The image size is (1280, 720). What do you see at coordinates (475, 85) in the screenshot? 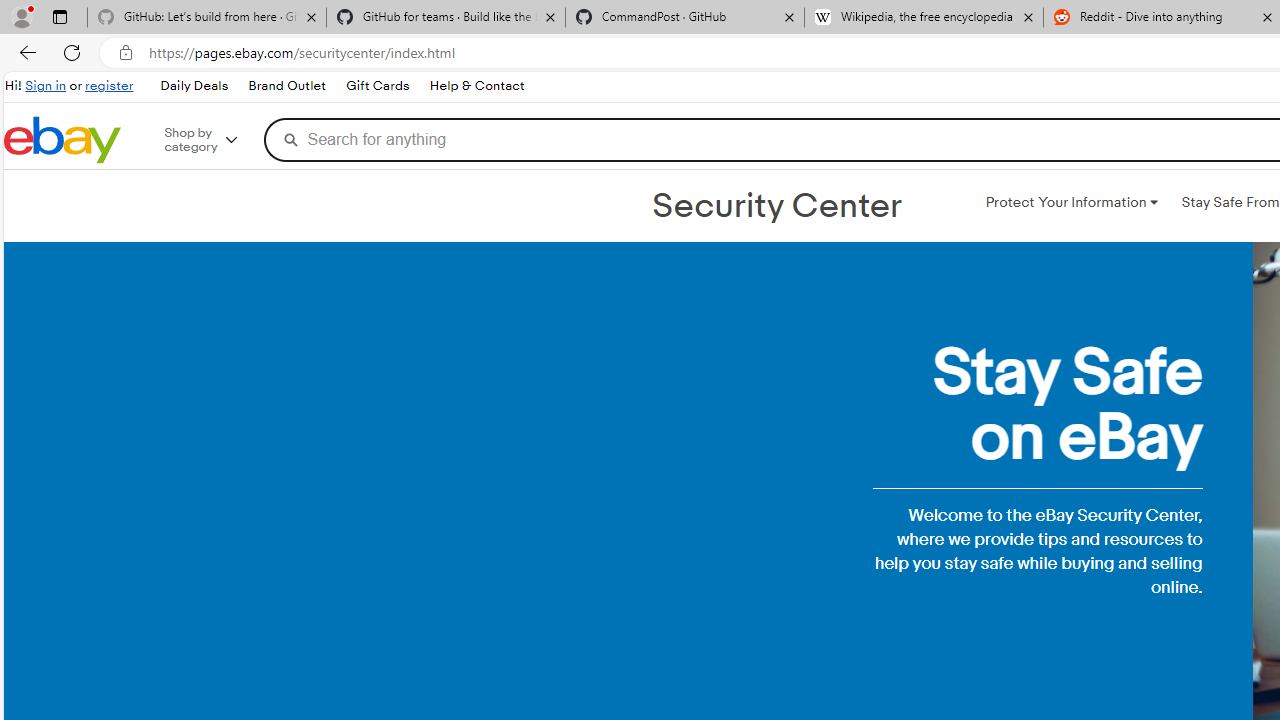
I see `'Help & Contact'` at bounding box center [475, 85].